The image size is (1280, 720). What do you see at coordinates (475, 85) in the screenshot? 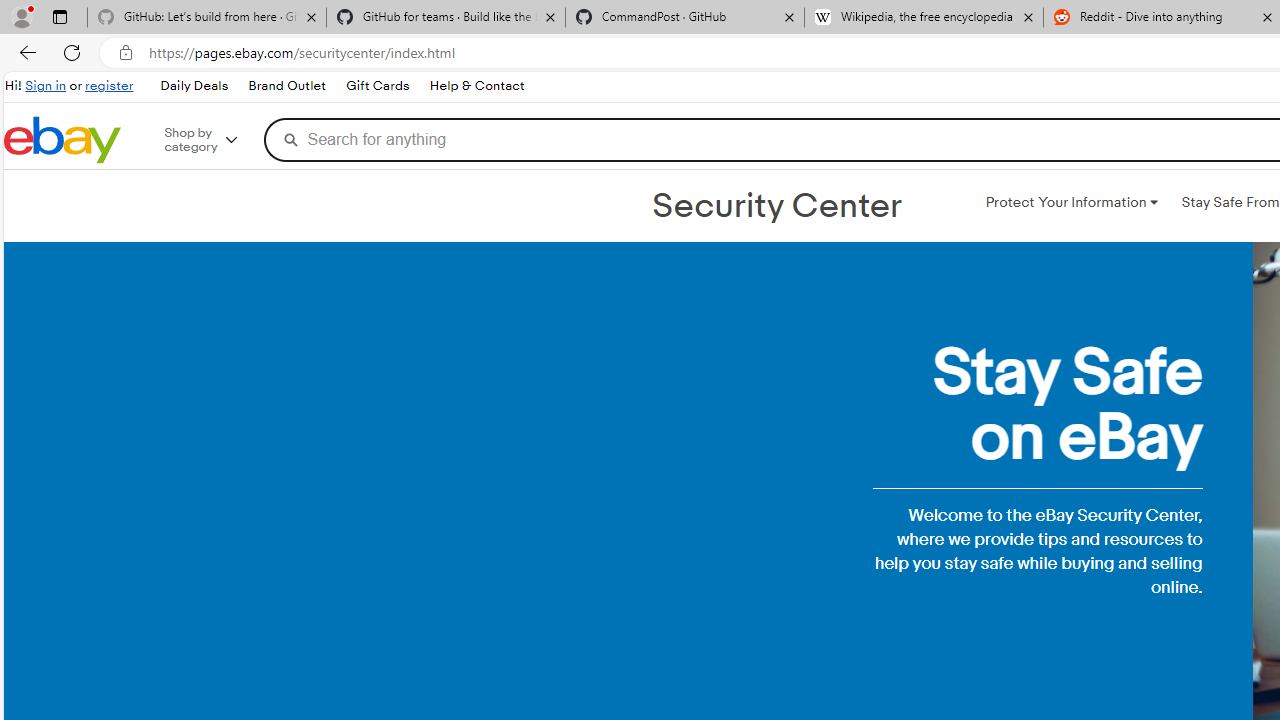
I see `'Help & Contact'` at bounding box center [475, 85].